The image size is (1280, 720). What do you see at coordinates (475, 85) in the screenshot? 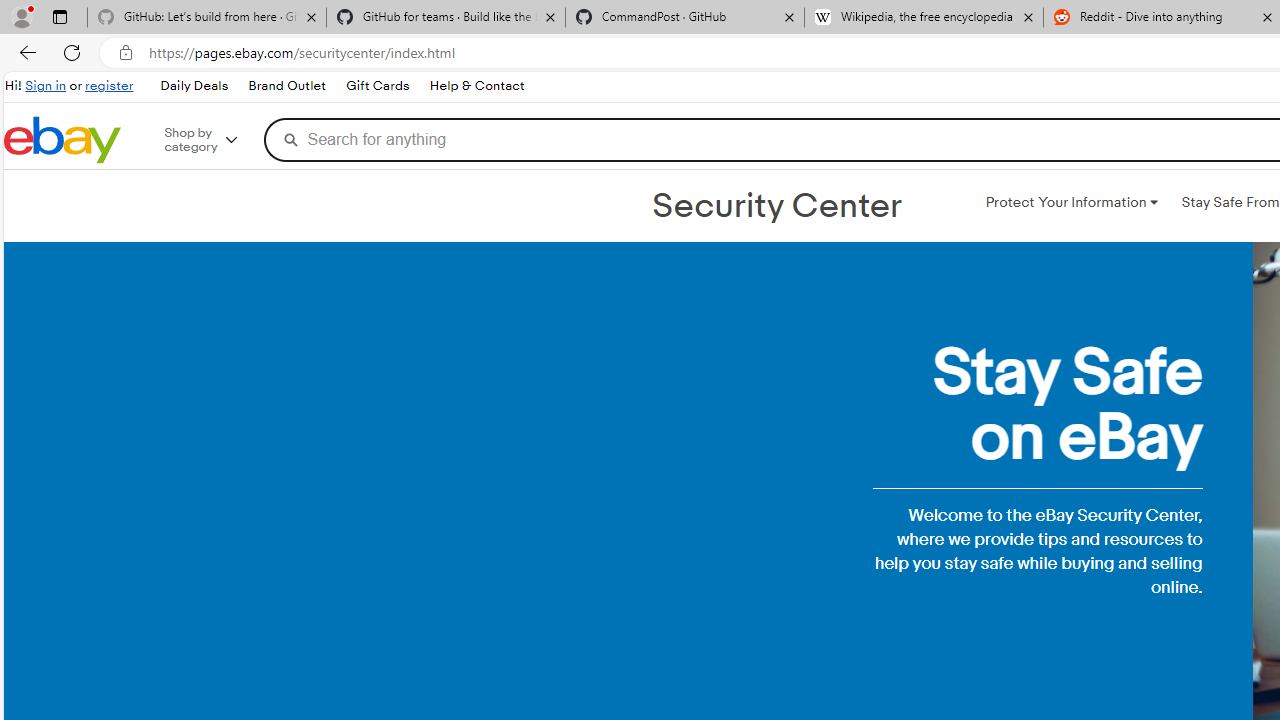
I see `'Help & Contact'` at bounding box center [475, 85].